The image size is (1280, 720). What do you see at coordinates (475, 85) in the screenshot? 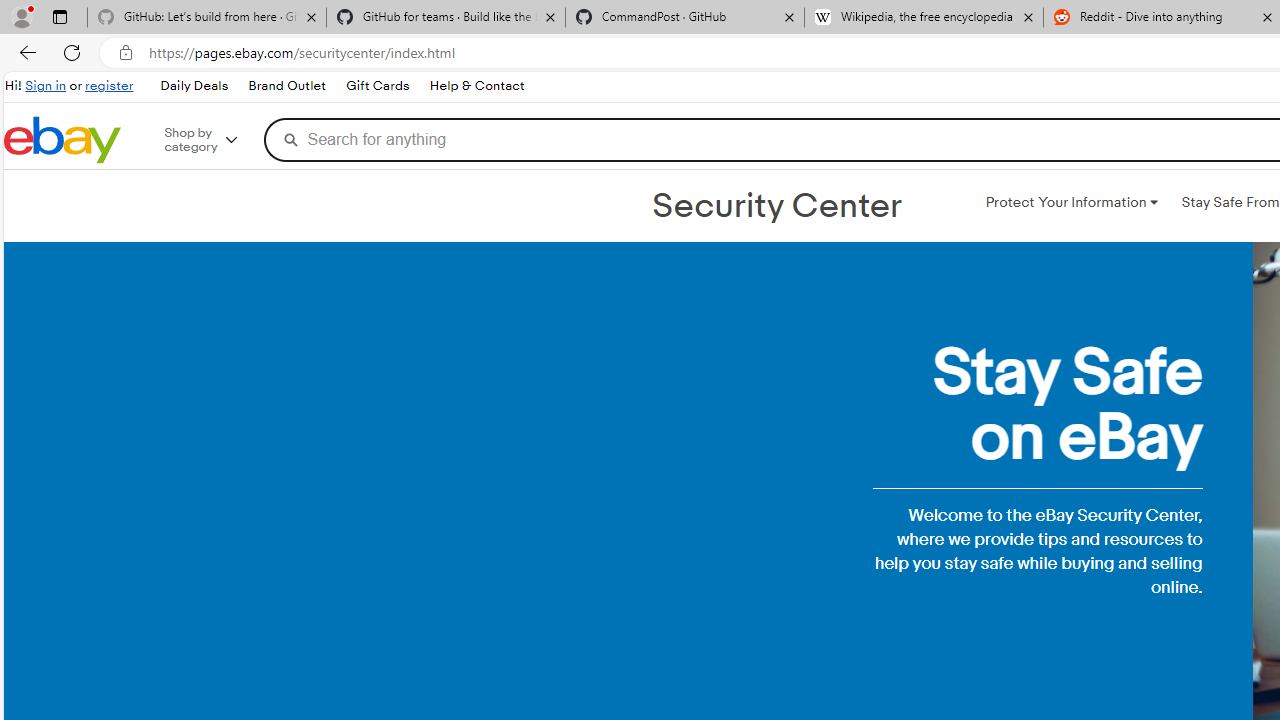
I see `'Help & Contact'` at bounding box center [475, 85].